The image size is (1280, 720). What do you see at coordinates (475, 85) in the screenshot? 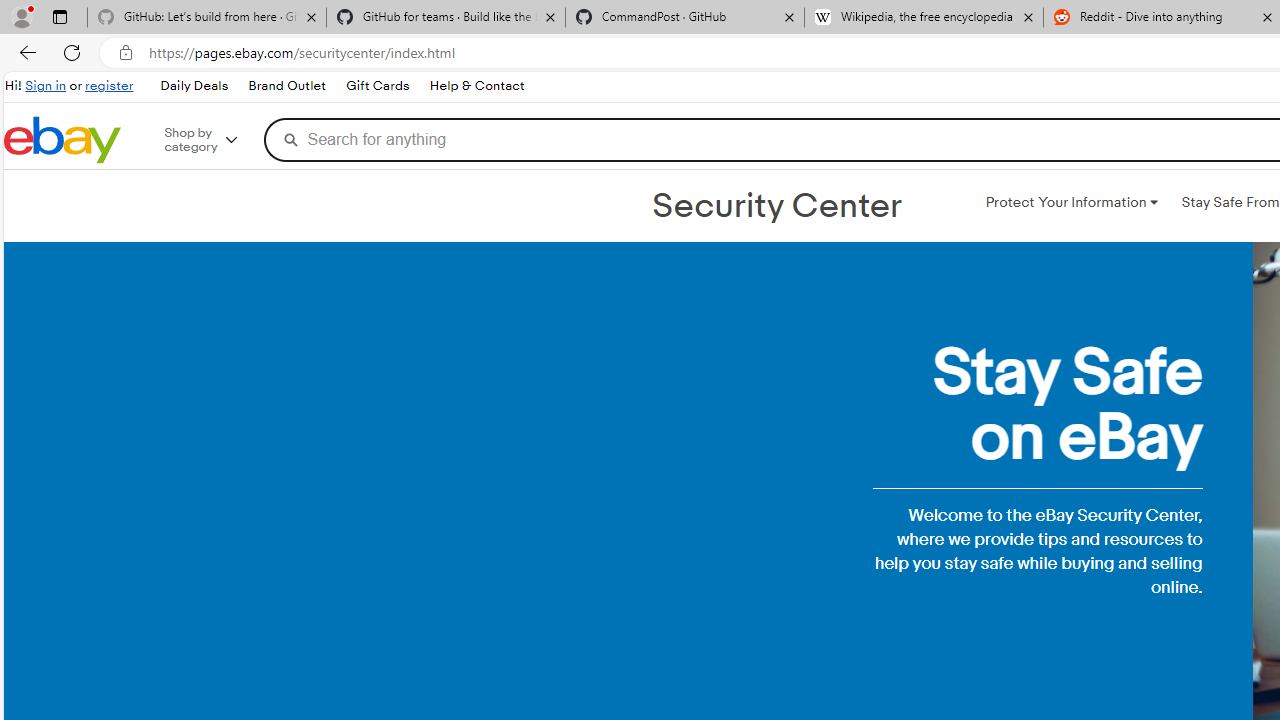
I see `'Help & Contact'` at bounding box center [475, 85].